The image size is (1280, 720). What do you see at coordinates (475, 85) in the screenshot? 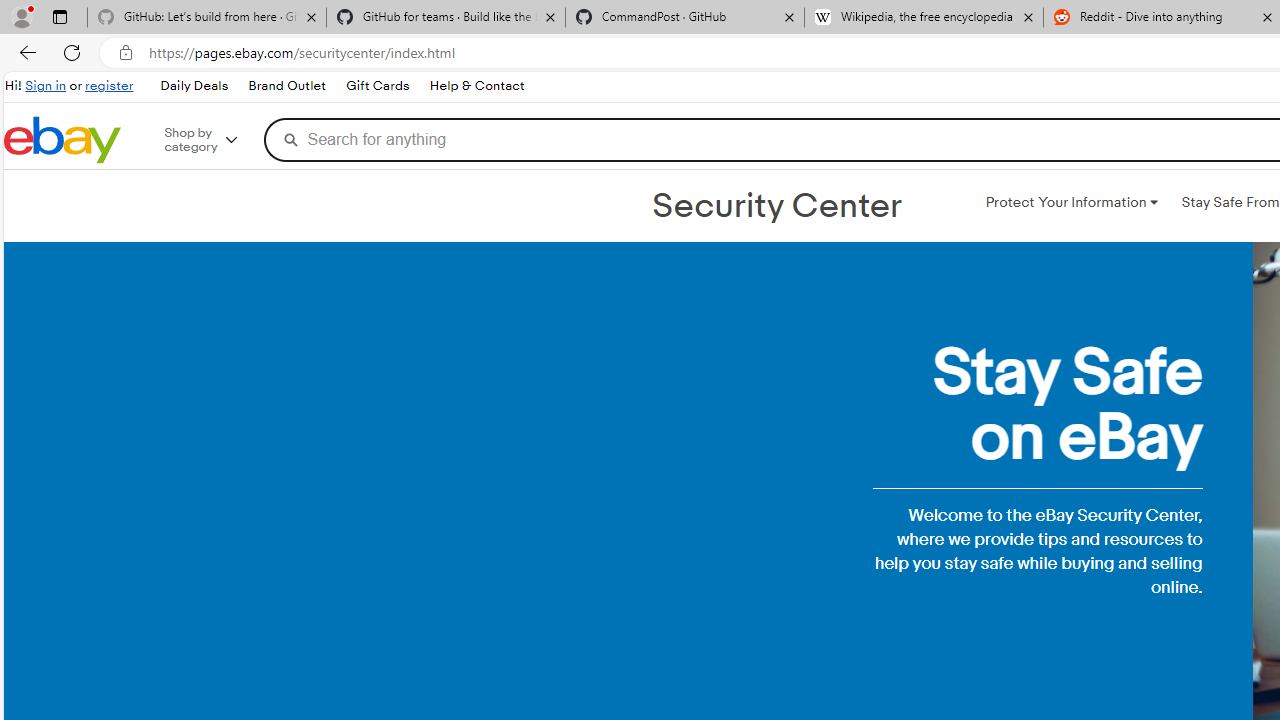
I see `'Help & Contact'` at bounding box center [475, 85].